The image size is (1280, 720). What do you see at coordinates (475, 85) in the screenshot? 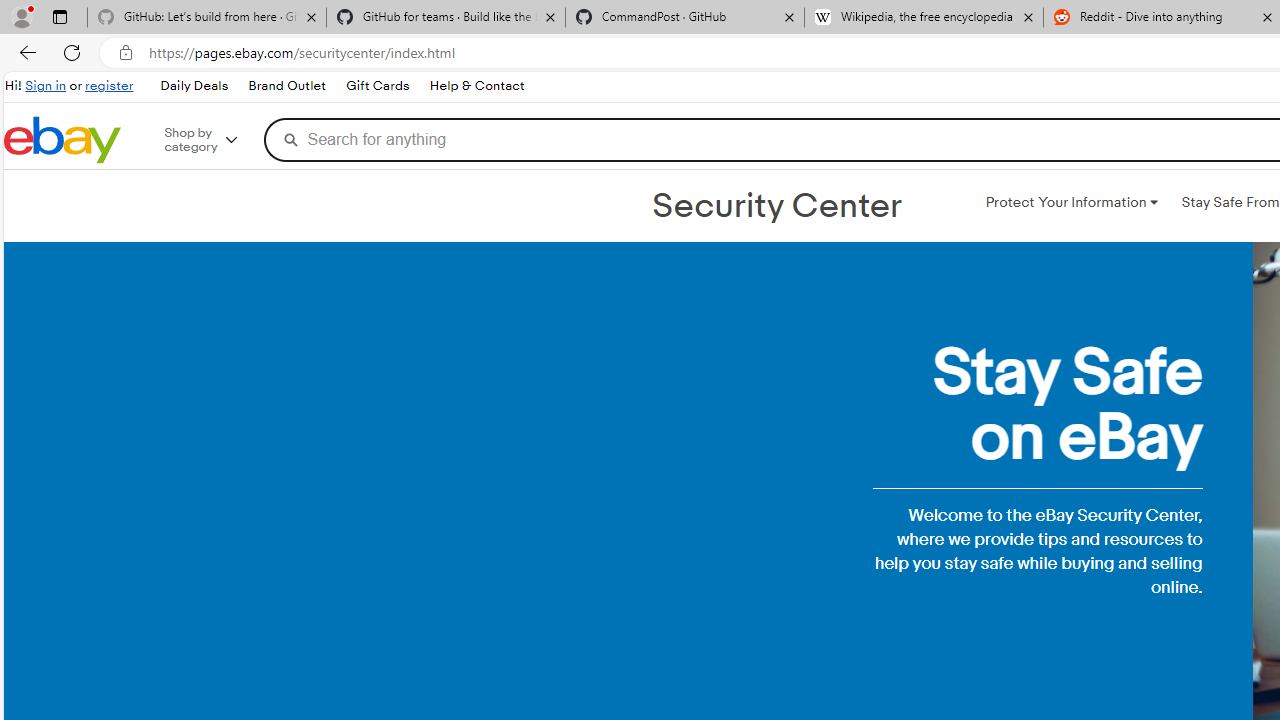
I see `'Help & Contact'` at bounding box center [475, 85].